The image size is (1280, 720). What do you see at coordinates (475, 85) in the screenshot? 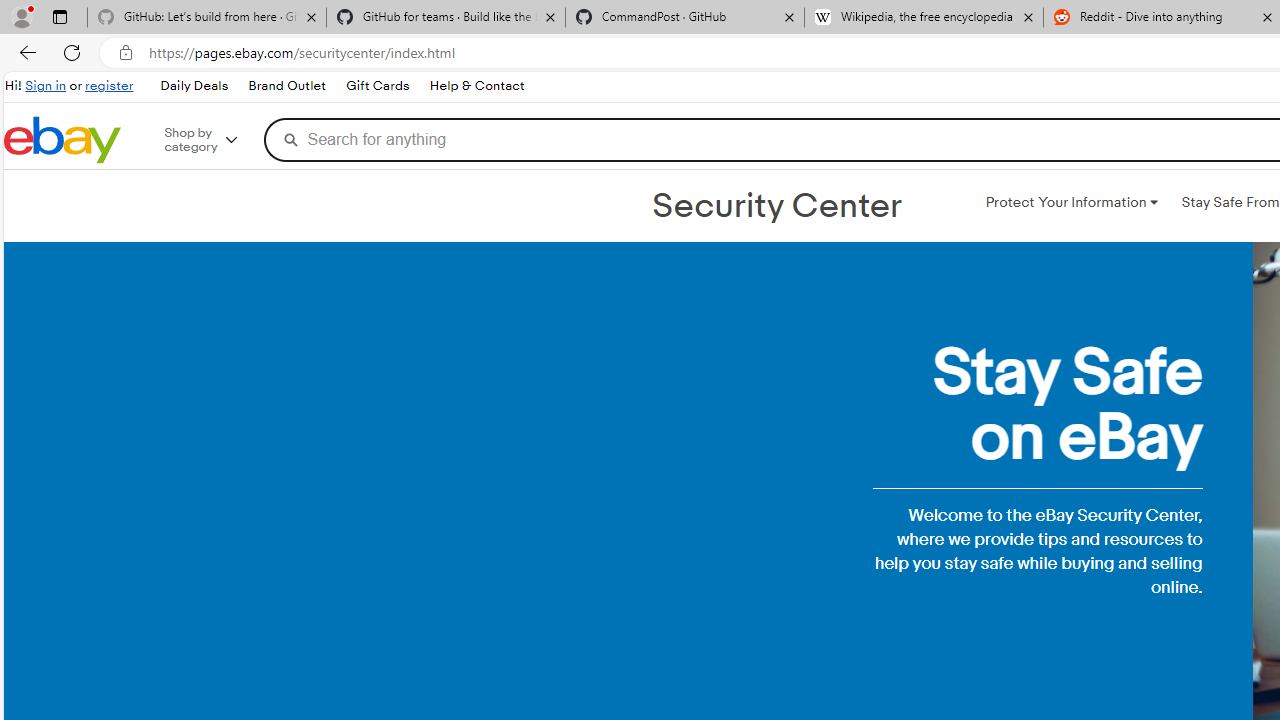
I see `'Help & Contact'` at bounding box center [475, 85].